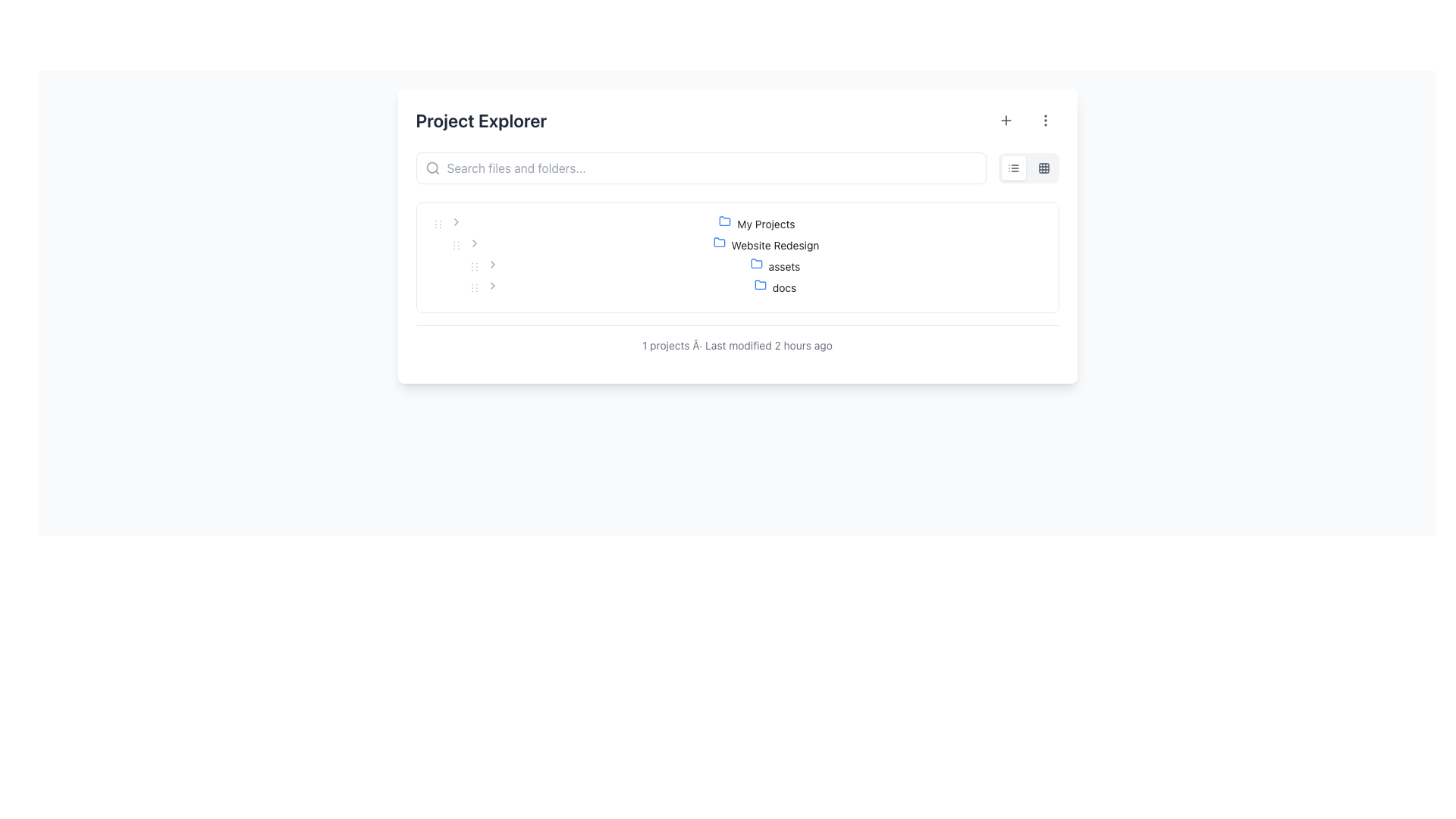  I want to click on the Icon Button with a vertical ellipsis icon located in the top-right corner of the 'Project Explorer' card, so click(1044, 119).